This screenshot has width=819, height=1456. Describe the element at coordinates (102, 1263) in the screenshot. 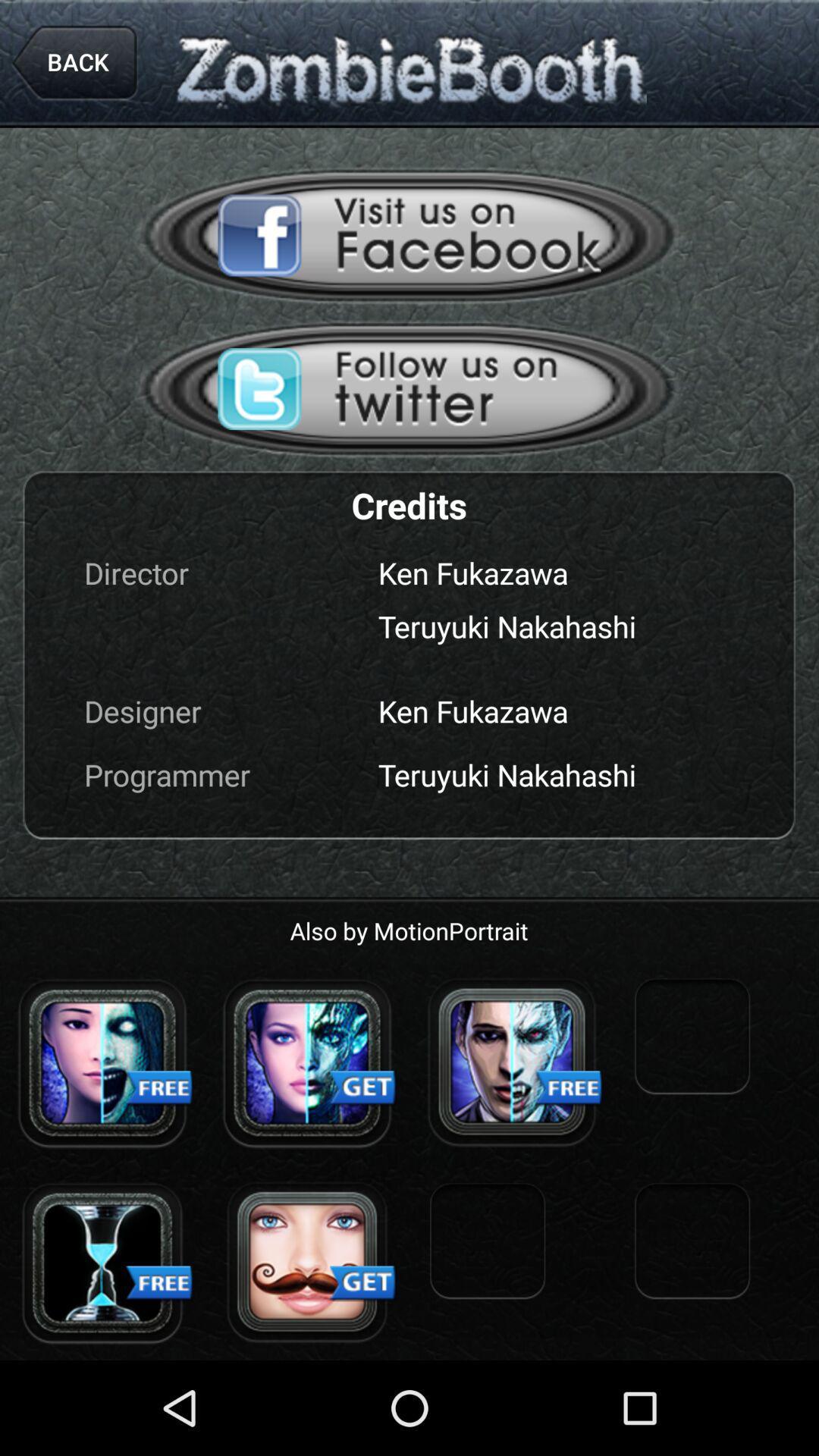

I see `time` at that location.